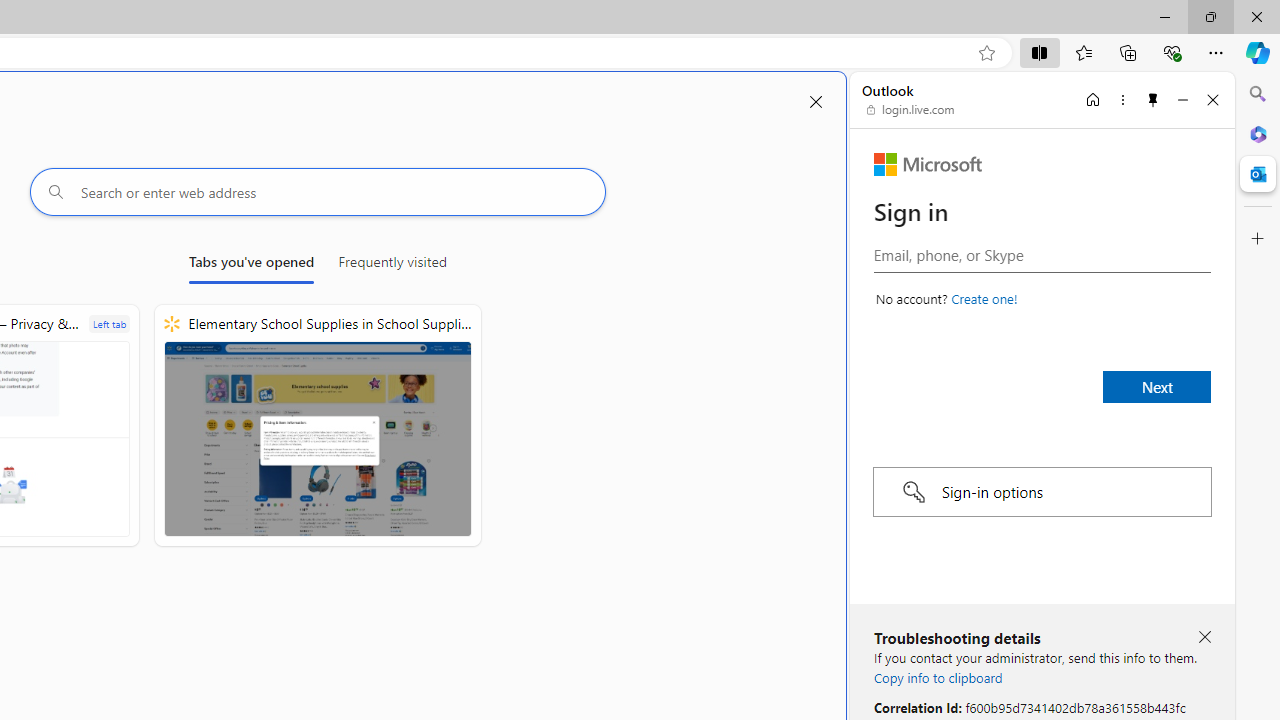 This screenshot has width=1280, height=720. What do you see at coordinates (1153, 99) in the screenshot?
I see `'Unpin side pane'` at bounding box center [1153, 99].